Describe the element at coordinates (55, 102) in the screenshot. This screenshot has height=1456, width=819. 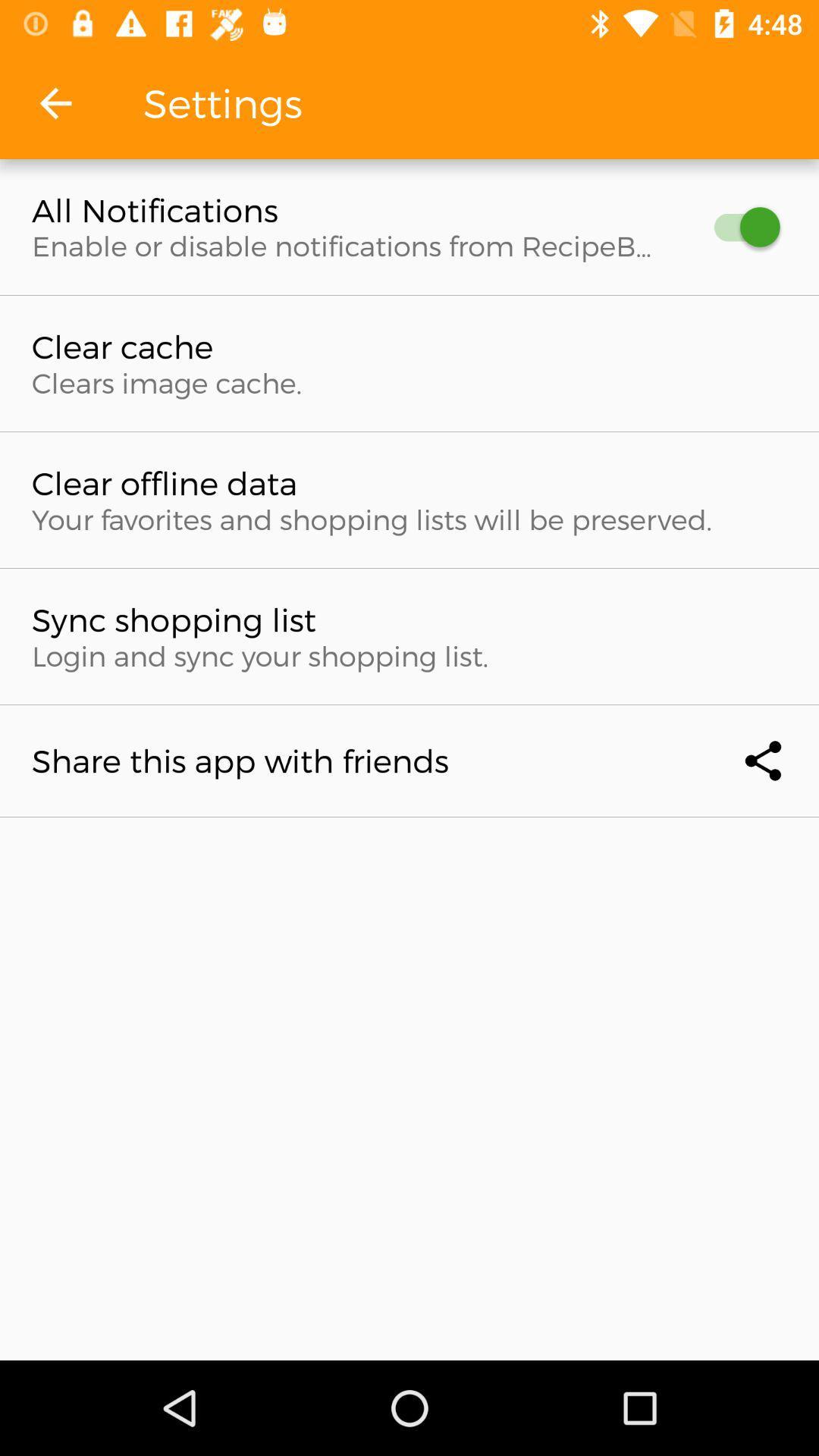
I see `the app next to the settings item` at that location.